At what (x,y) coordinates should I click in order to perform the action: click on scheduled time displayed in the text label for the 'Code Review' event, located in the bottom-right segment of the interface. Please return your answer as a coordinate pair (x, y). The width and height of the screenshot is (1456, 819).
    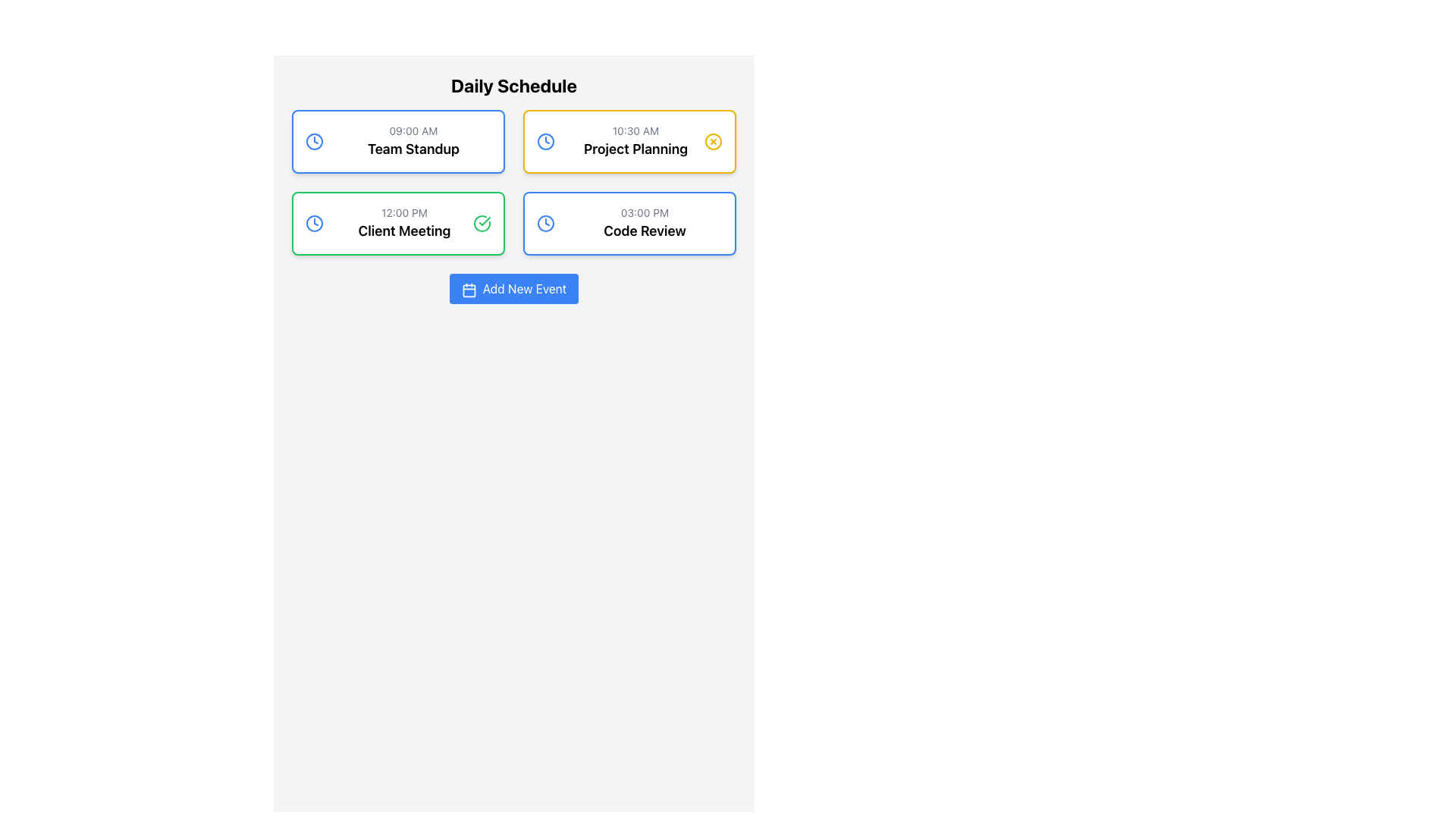
    Looking at the image, I should click on (645, 213).